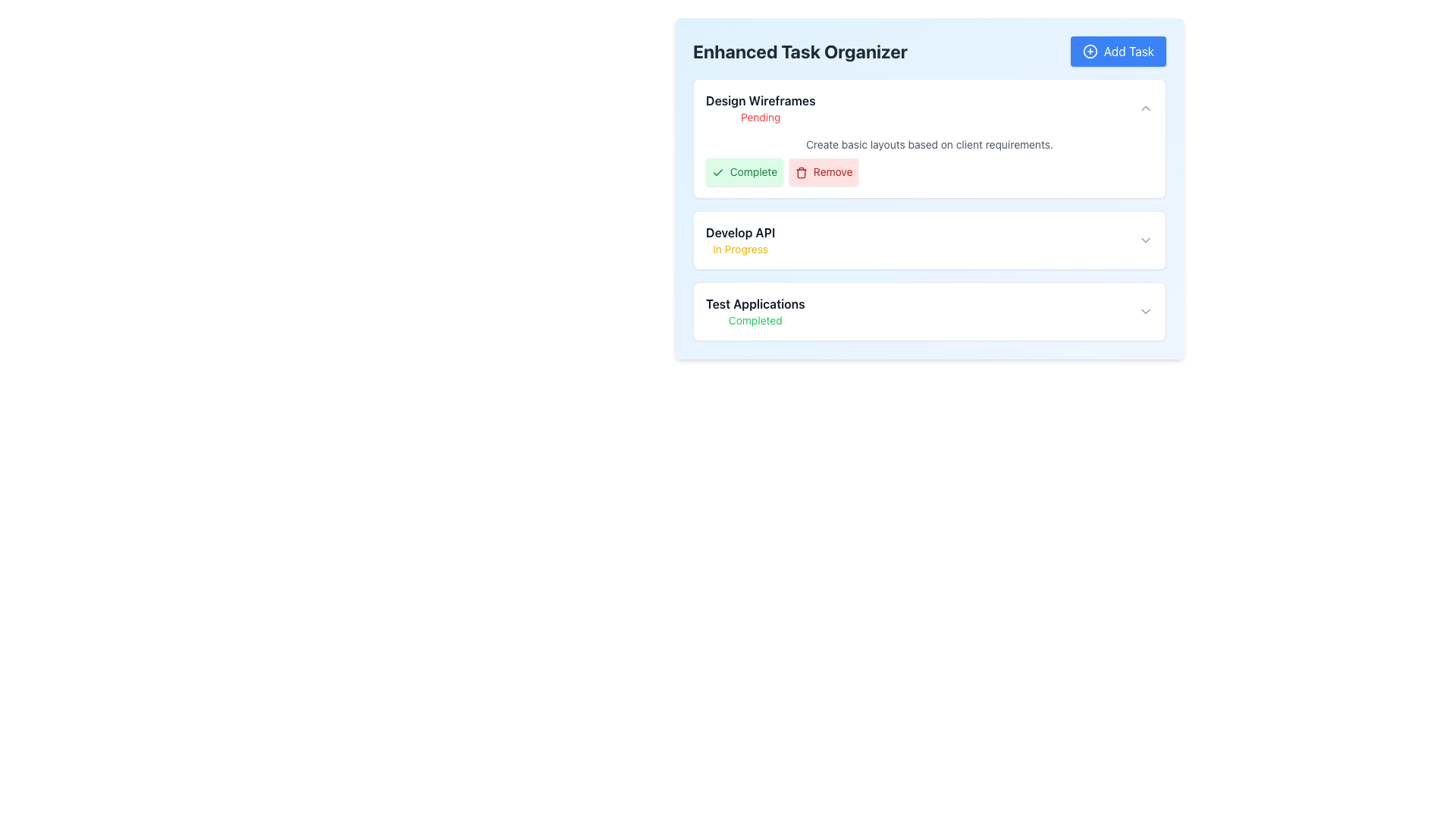  I want to click on the Text Label that serves as the title of the first task card in the 'Enhanced Task Organizer' section, located above the 'Pending' element, so click(761, 100).